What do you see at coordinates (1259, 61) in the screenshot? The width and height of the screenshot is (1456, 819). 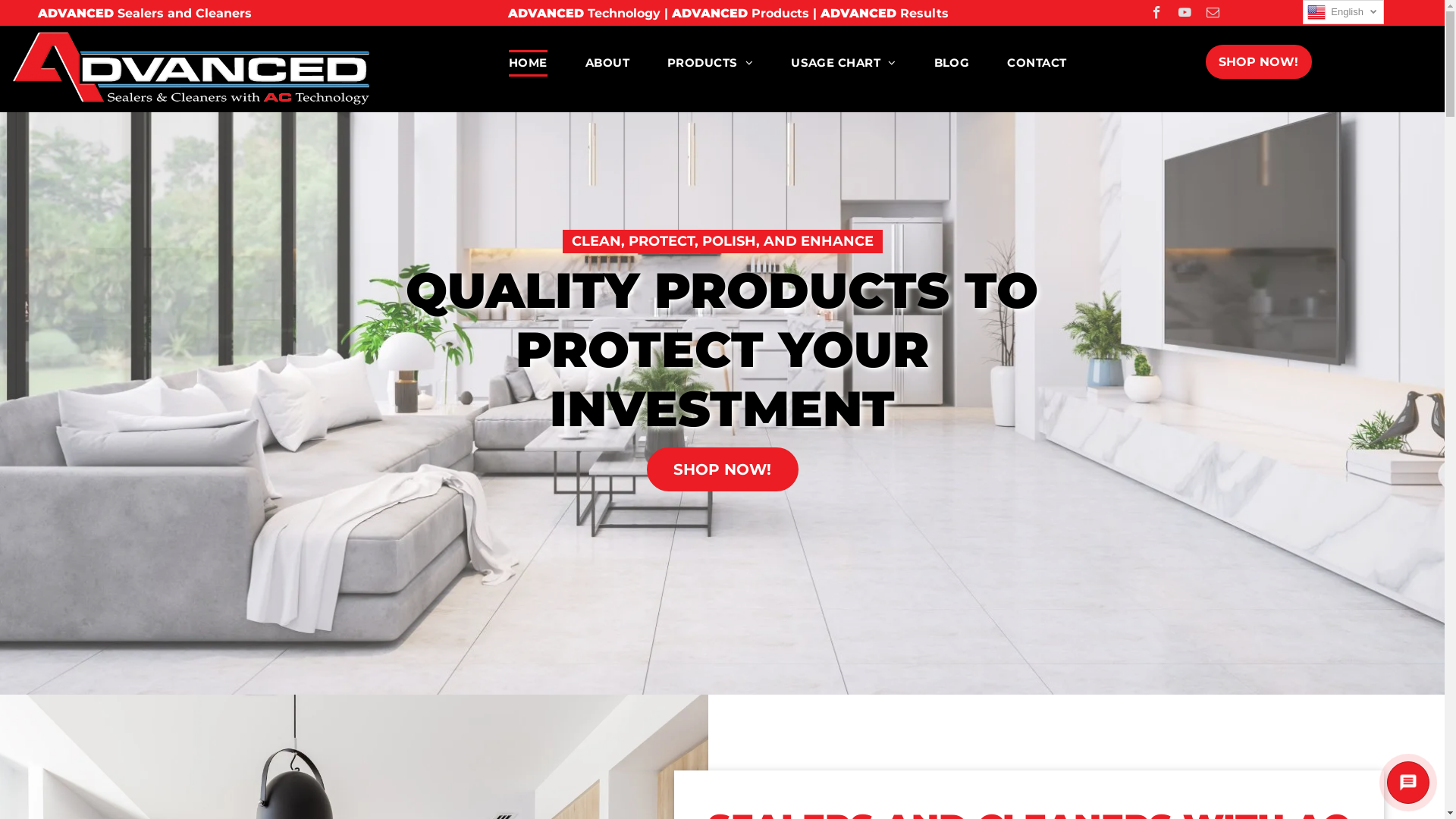 I see `'SHOP NOW!'` at bounding box center [1259, 61].